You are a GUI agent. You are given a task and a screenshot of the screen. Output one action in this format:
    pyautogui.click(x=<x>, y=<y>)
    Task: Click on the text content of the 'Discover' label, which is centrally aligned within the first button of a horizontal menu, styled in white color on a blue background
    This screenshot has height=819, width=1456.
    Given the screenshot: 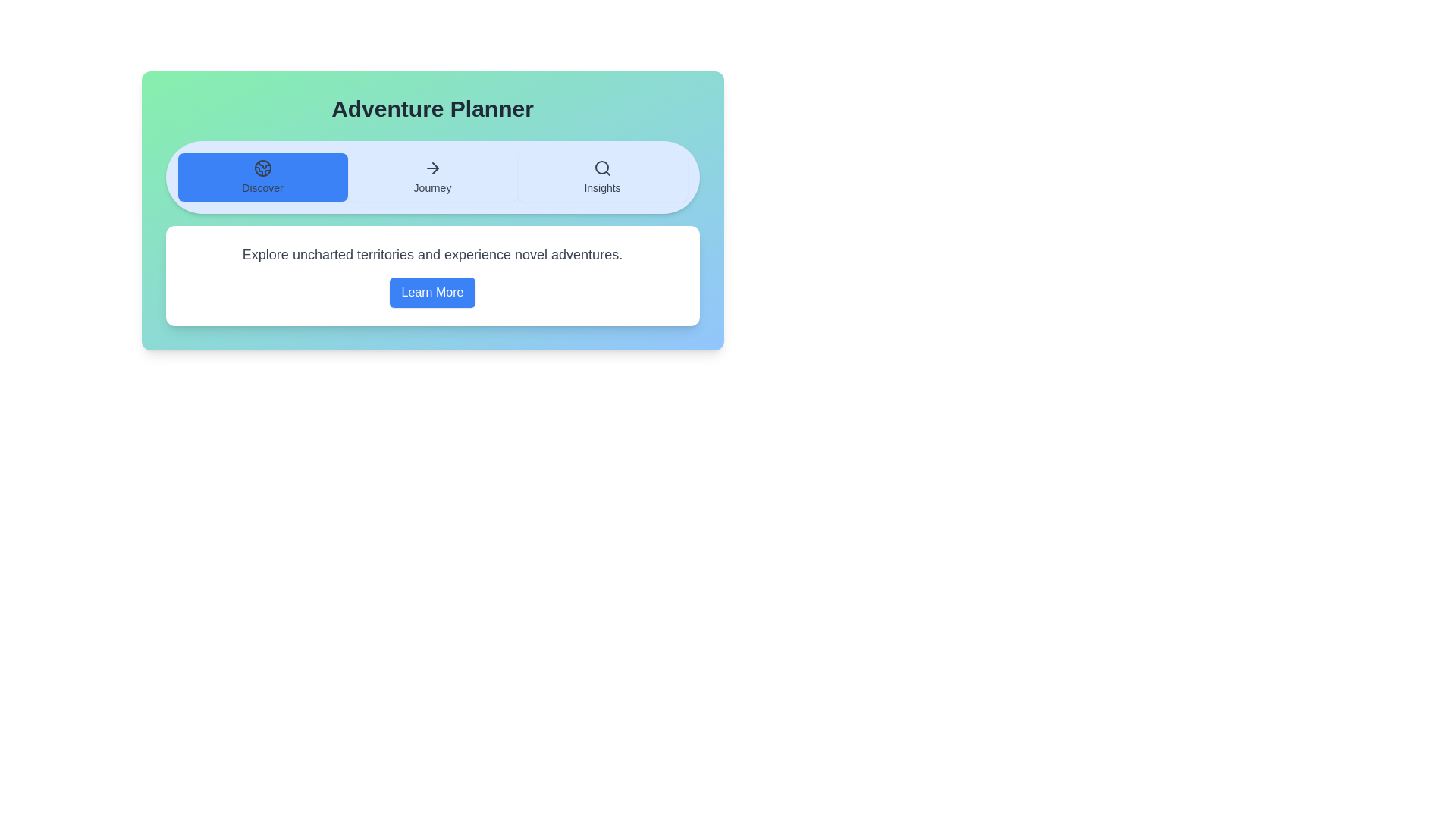 What is the action you would take?
    pyautogui.click(x=262, y=187)
    